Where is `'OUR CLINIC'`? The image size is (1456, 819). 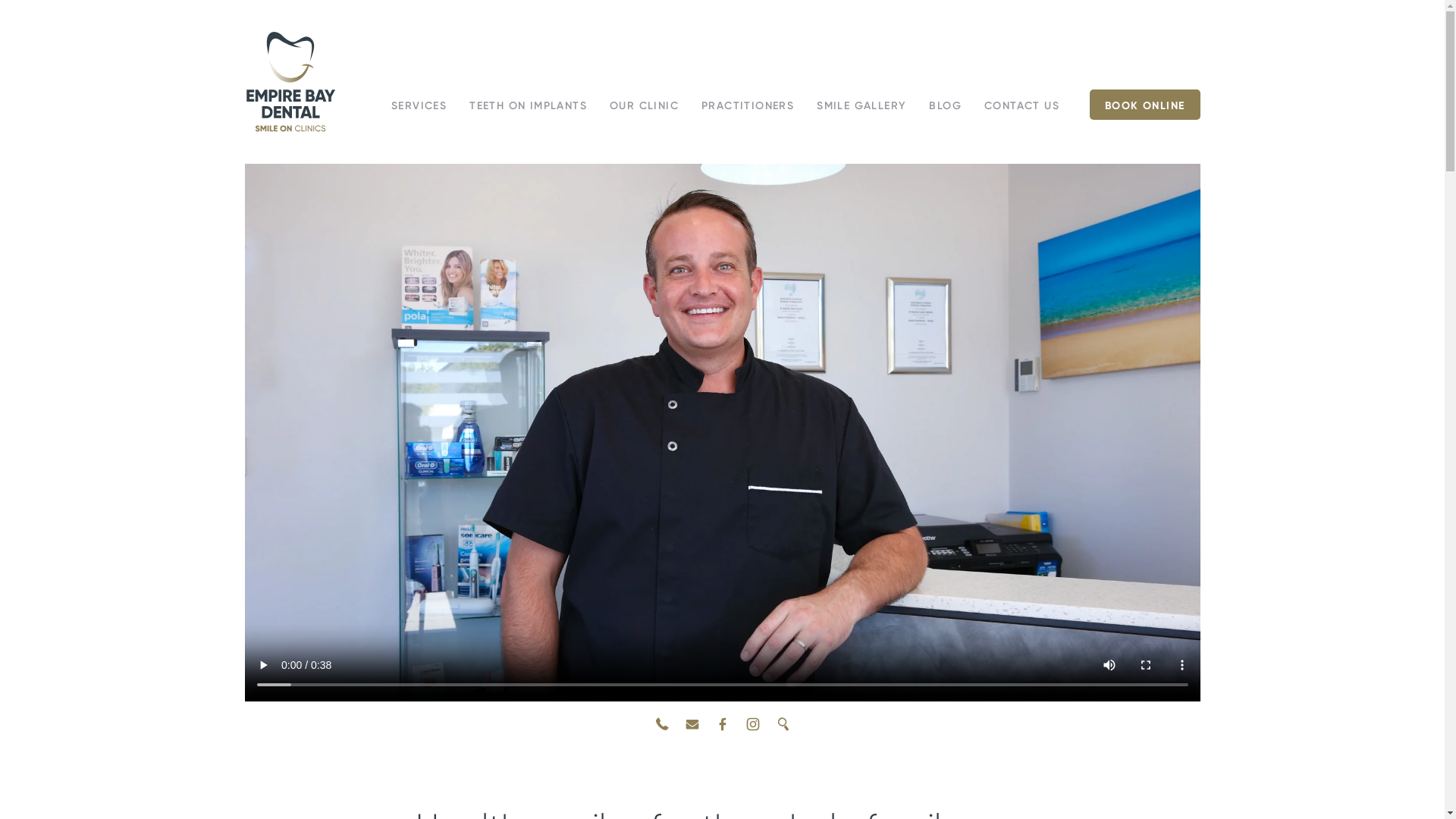 'OUR CLINIC' is located at coordinates (644, 105).